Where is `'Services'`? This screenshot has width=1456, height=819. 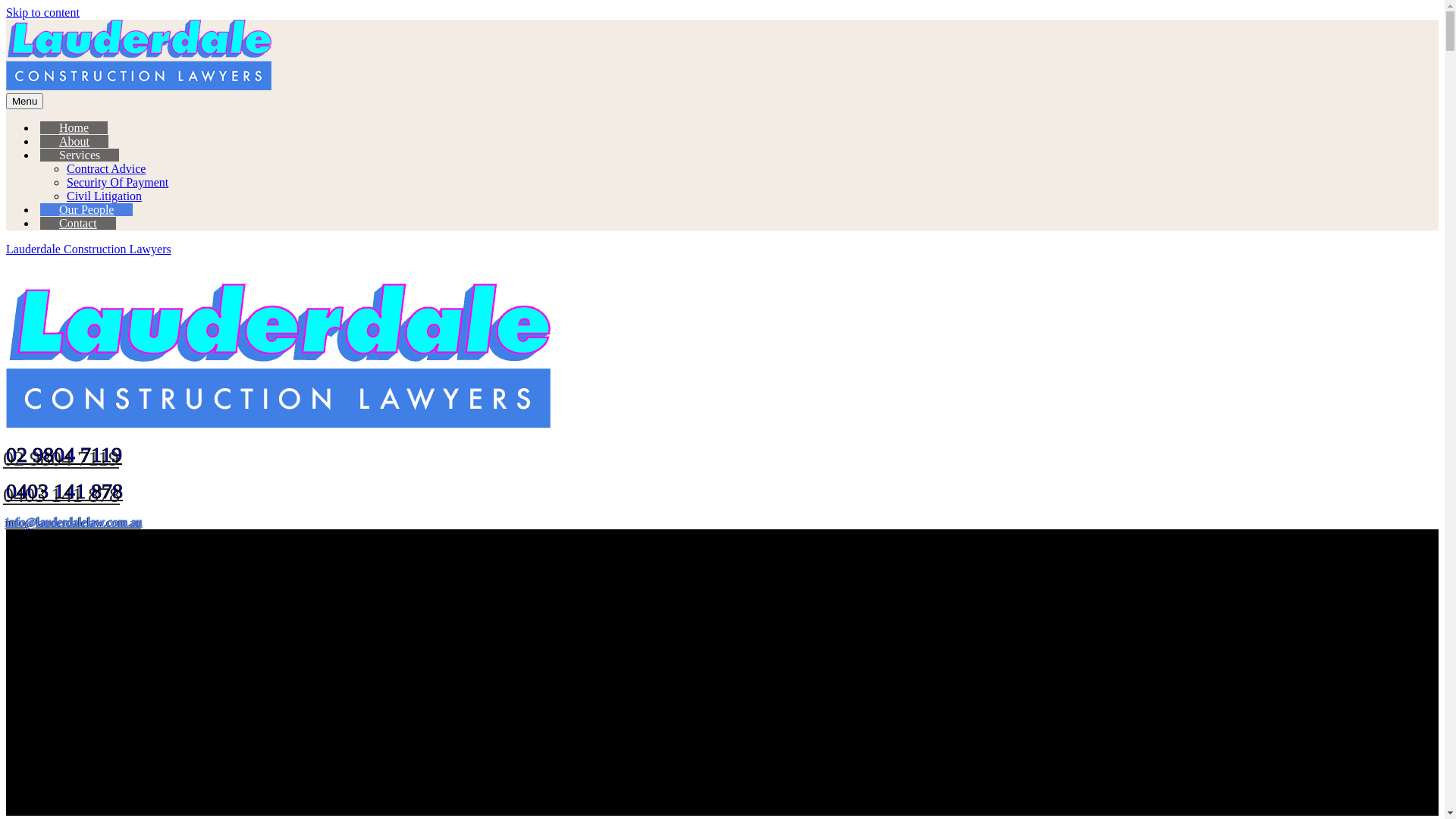 'Services' is located at coordinates (79, 155).